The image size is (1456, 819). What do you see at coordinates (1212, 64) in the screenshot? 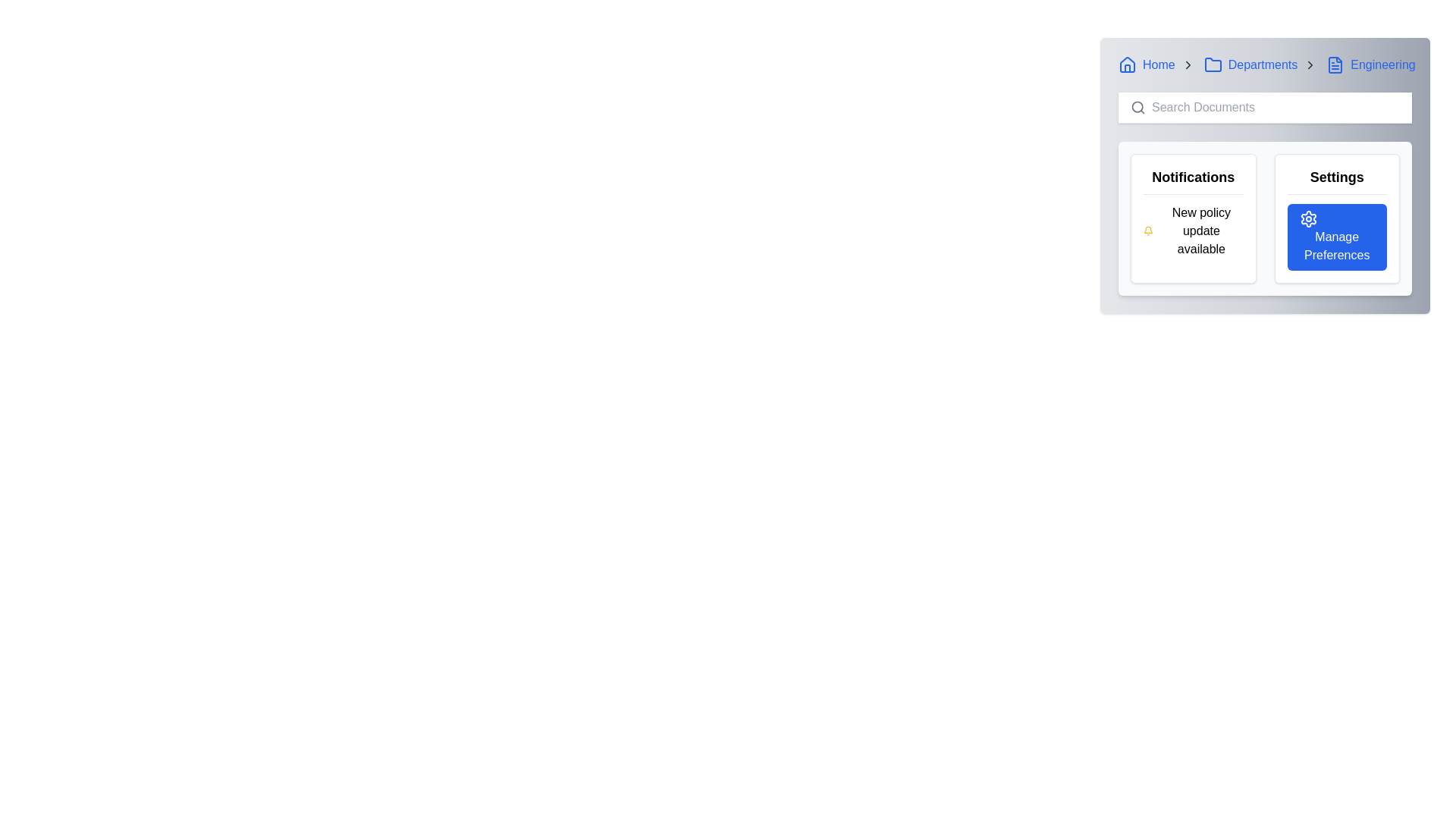
I see `the blue folder icon in the top navigation bar, which is located to the left of the 'Departments' text` at bounding box center [1212, 64].